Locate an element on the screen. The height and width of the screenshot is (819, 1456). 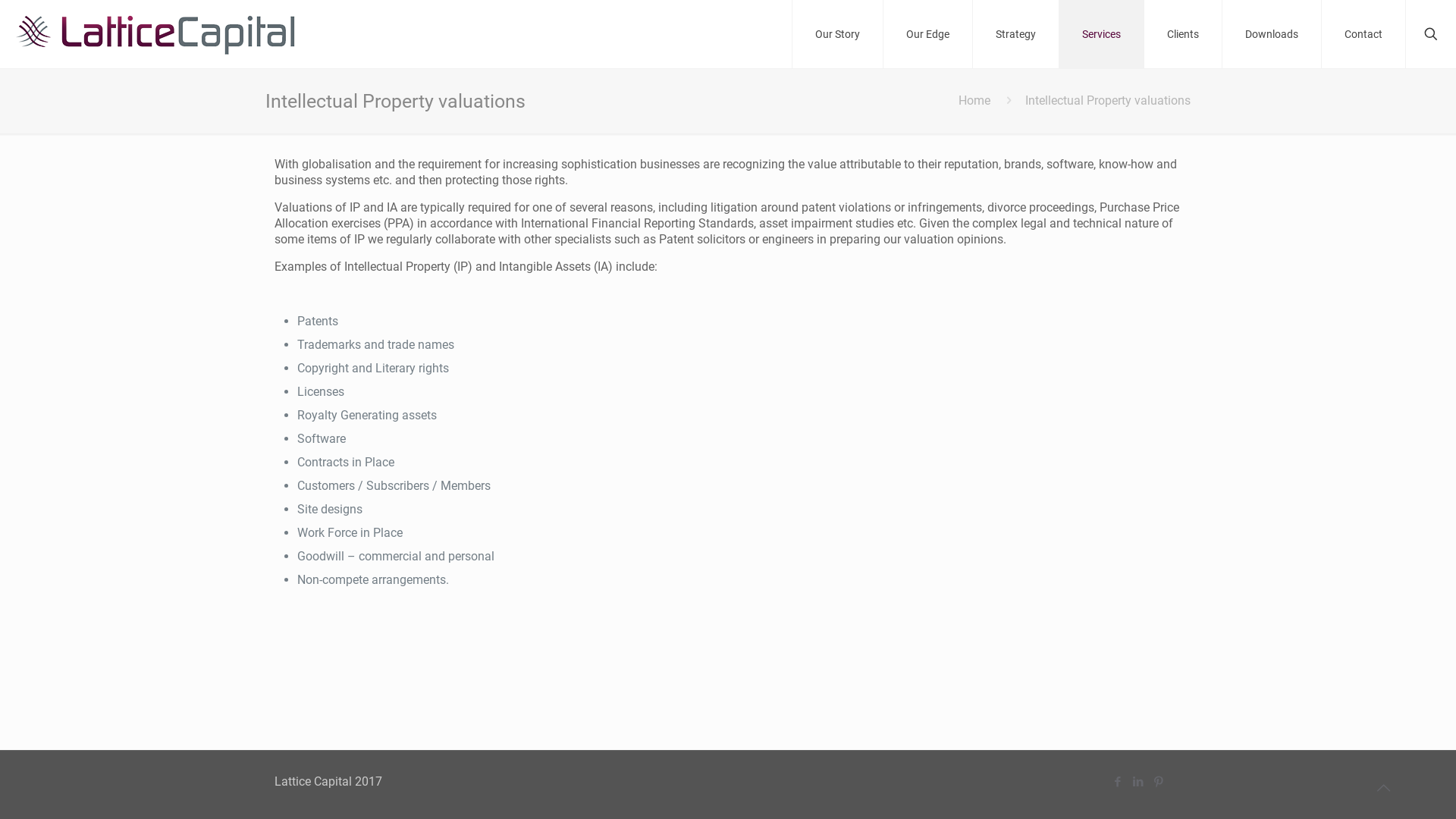
'Clients' is located at coordinates (1182, 34).